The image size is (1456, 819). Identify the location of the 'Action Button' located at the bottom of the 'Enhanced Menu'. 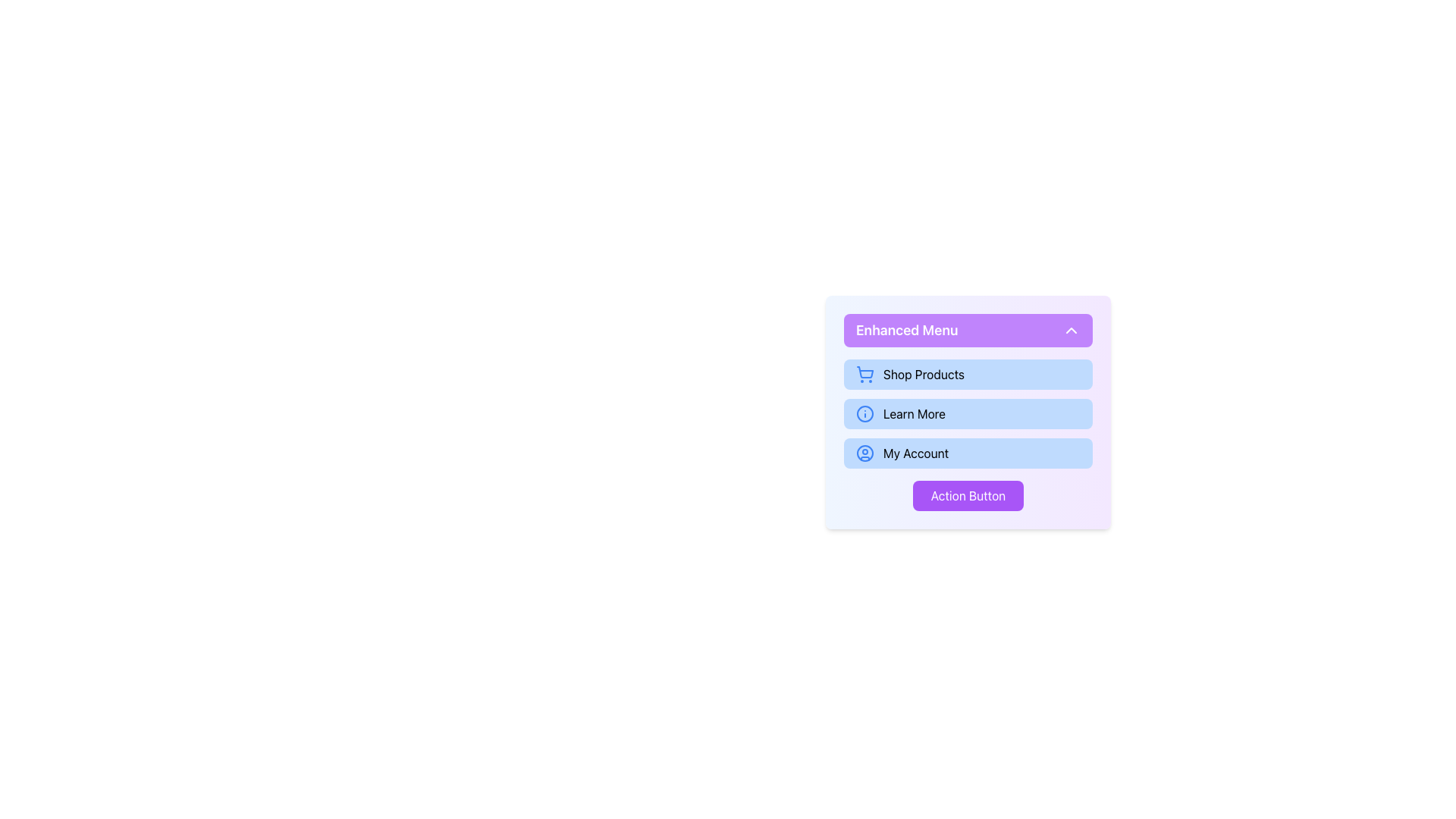
(967, 496).